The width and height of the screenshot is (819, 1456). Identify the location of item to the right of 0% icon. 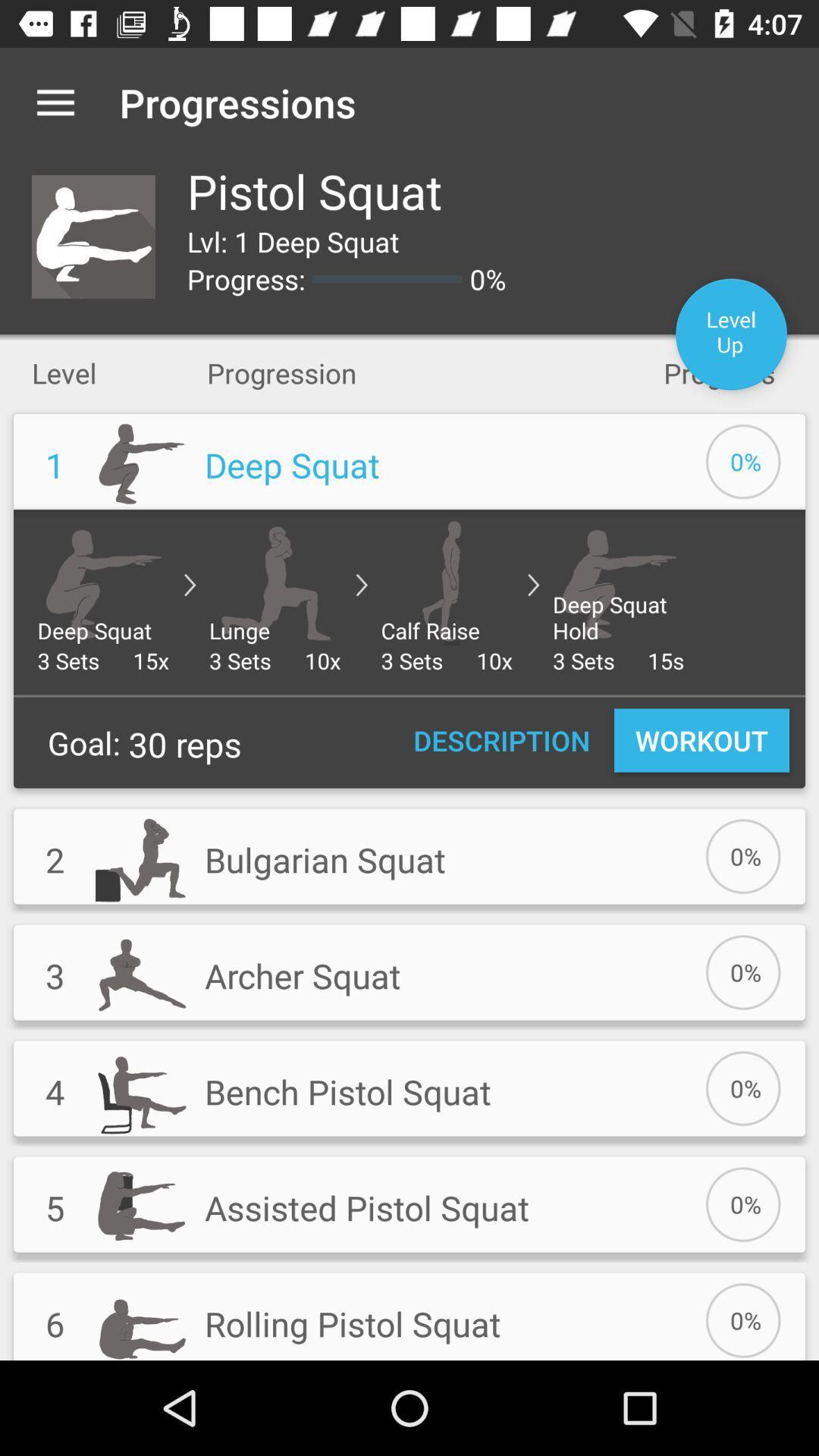
(730, 334).